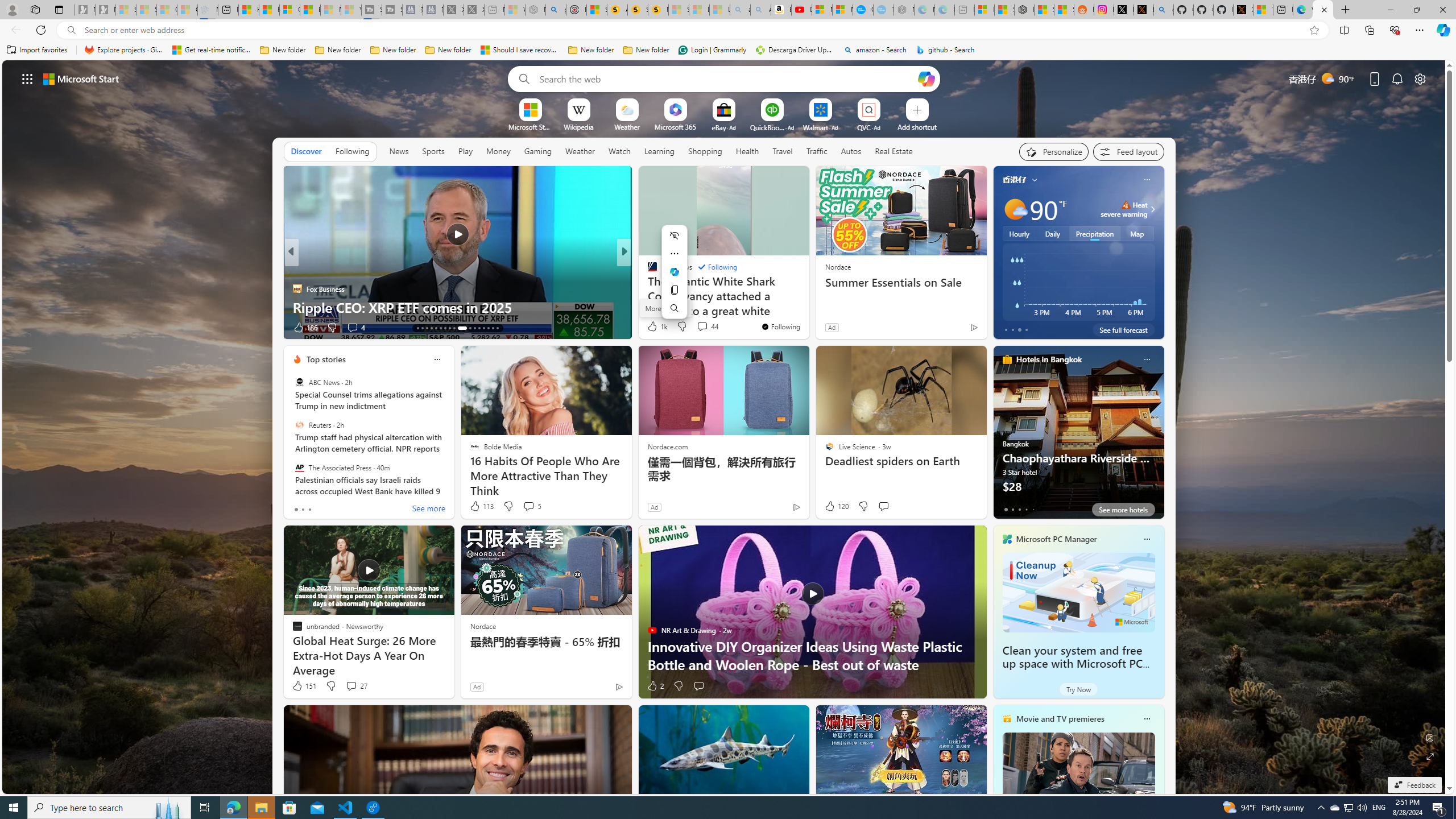  Describe the element at coordinates (1012, 509) in the screenshot. I see `'tab-1'` at that location.